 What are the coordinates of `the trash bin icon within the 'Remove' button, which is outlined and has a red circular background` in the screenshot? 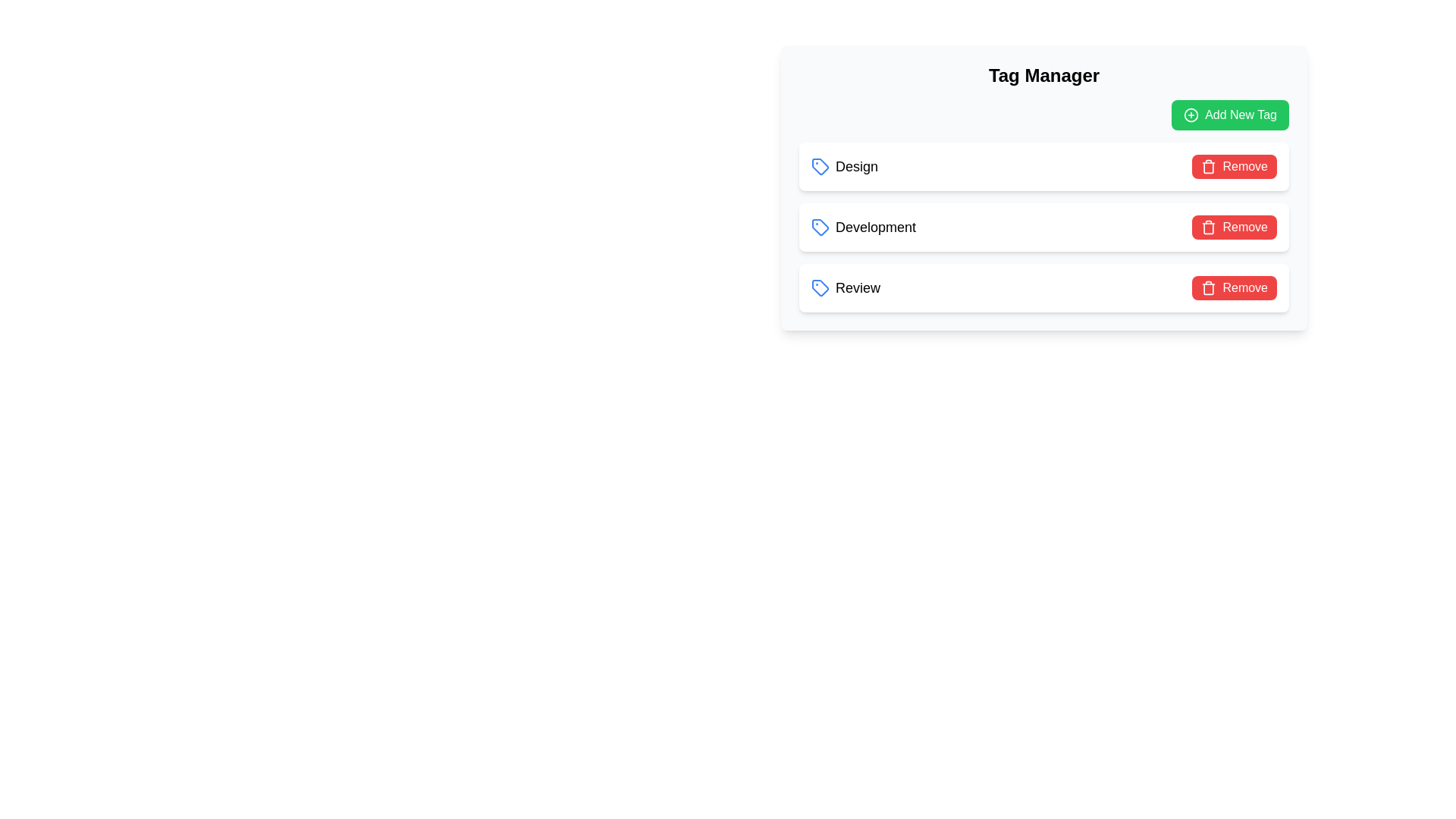 It's located at (1208, 227).